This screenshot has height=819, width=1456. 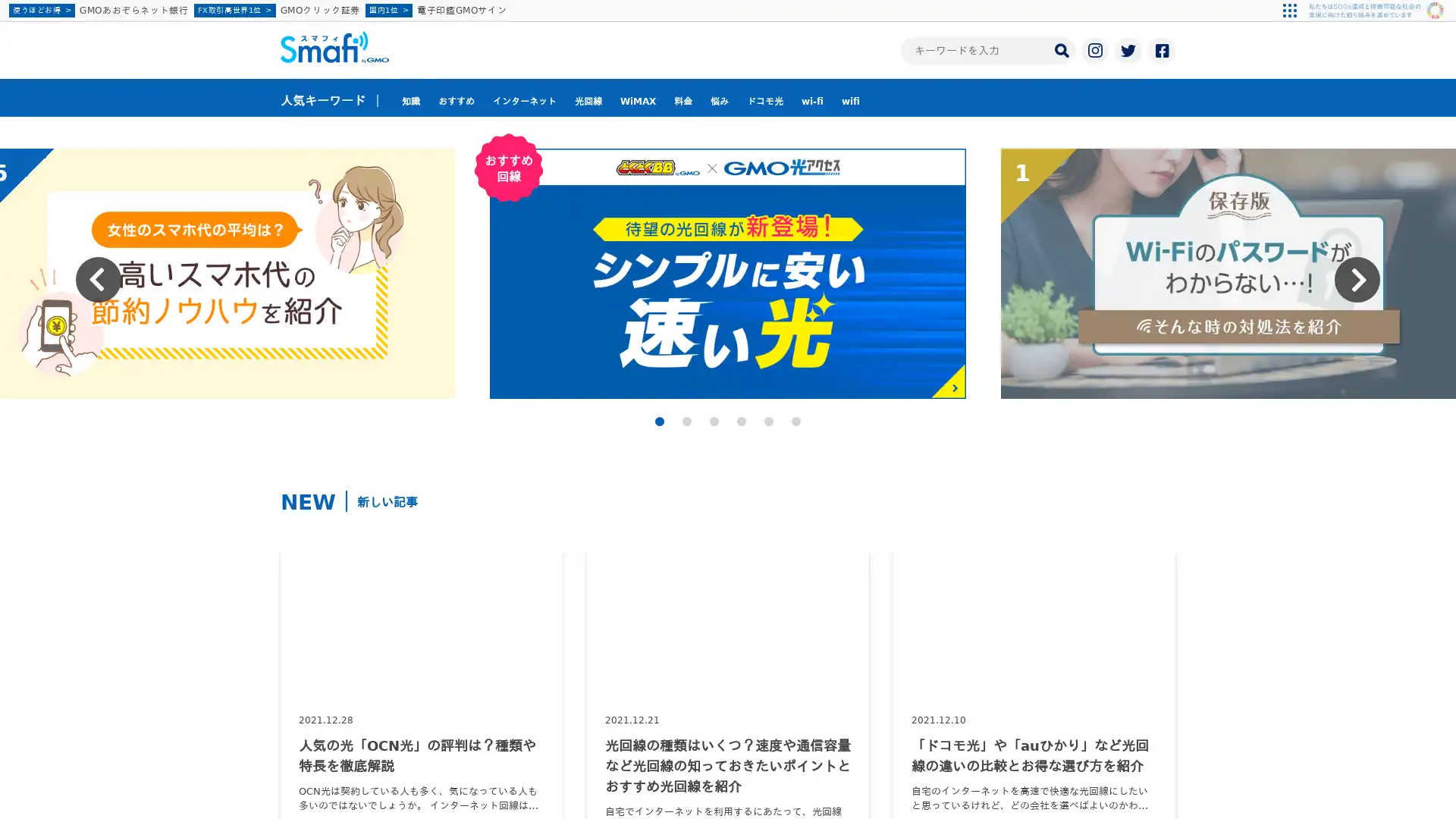 What do you see at coordinates (1357, 280) in the screenshot?
I see `Next` at bounding box center [1357, 280].